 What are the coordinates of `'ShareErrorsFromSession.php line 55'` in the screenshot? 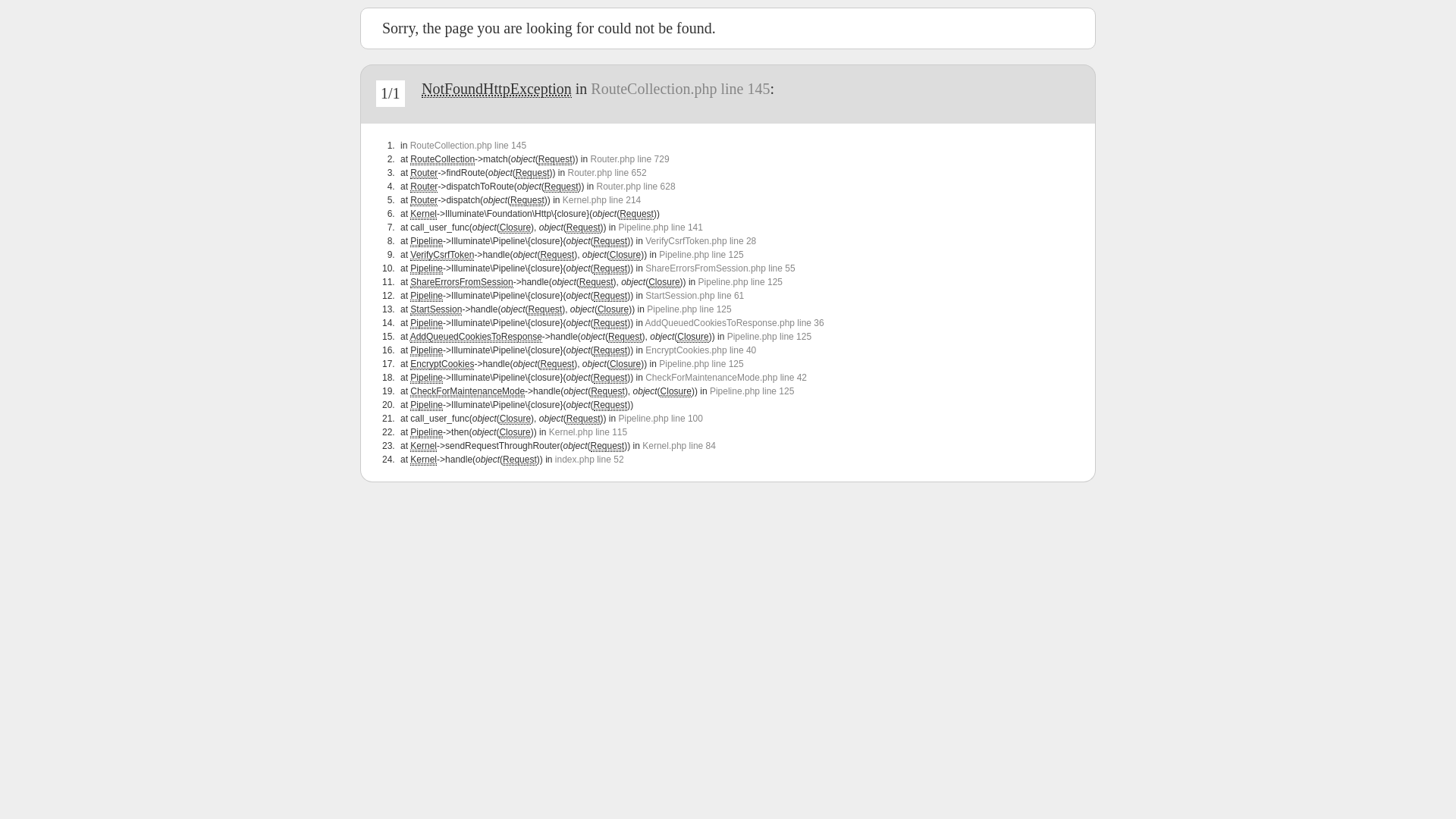 It's located at (719, 268).